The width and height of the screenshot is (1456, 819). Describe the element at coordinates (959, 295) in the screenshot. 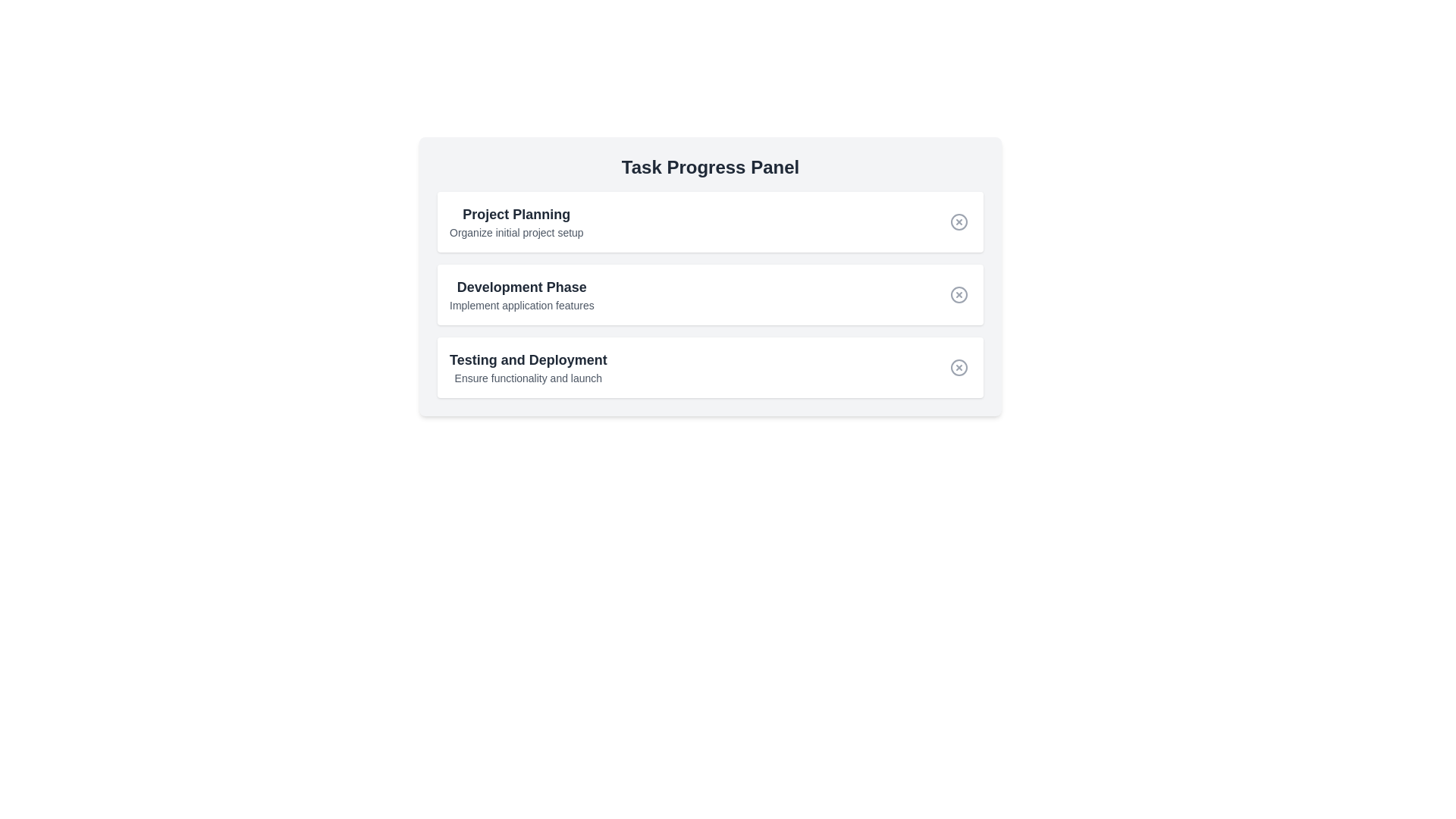

I see `the circular decorative element of the SVG icon located to the right of the 'Development Phase' label in the second row of the task progress panel` at that location.